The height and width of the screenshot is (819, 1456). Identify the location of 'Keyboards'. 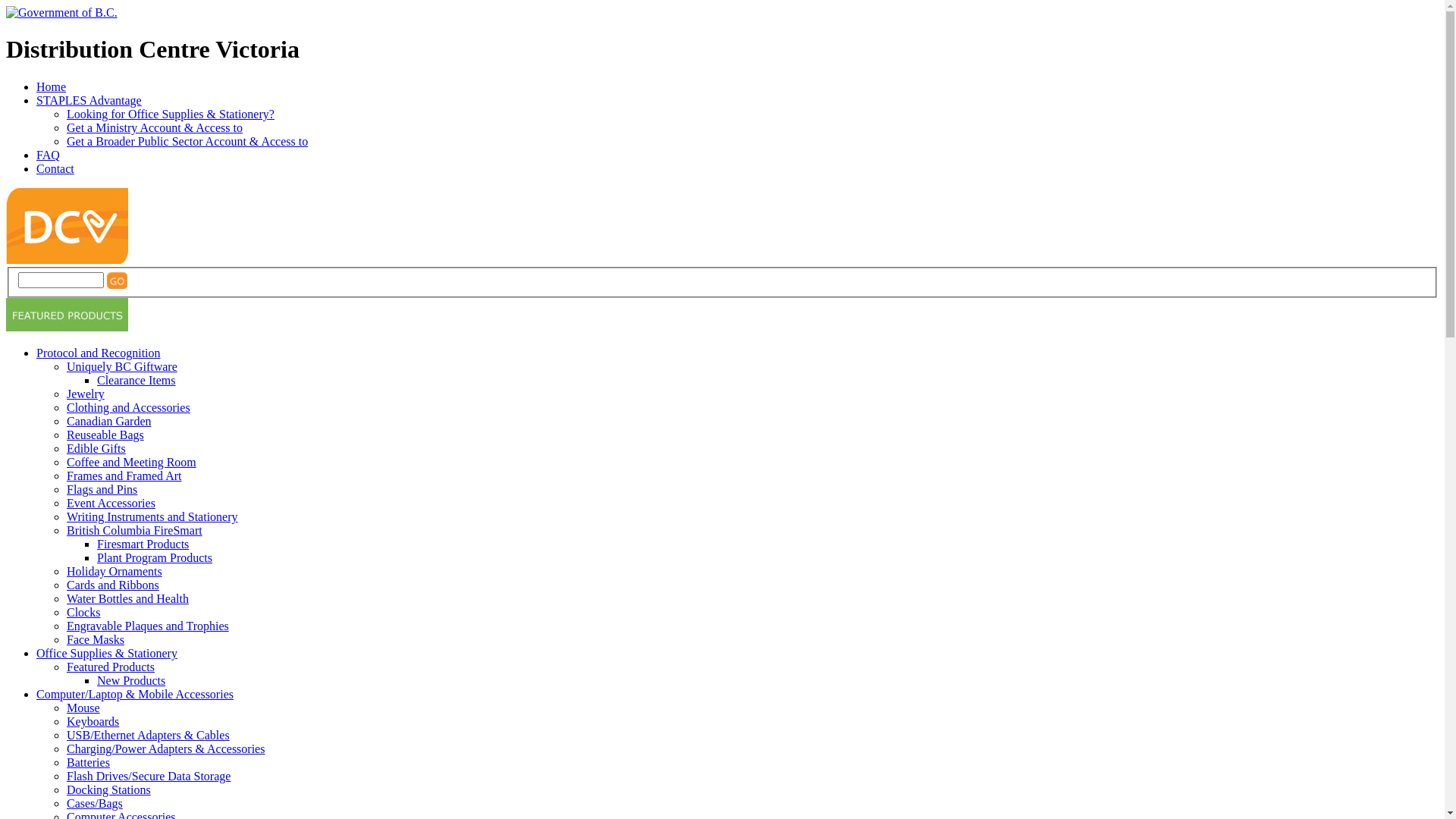
(65, 720).